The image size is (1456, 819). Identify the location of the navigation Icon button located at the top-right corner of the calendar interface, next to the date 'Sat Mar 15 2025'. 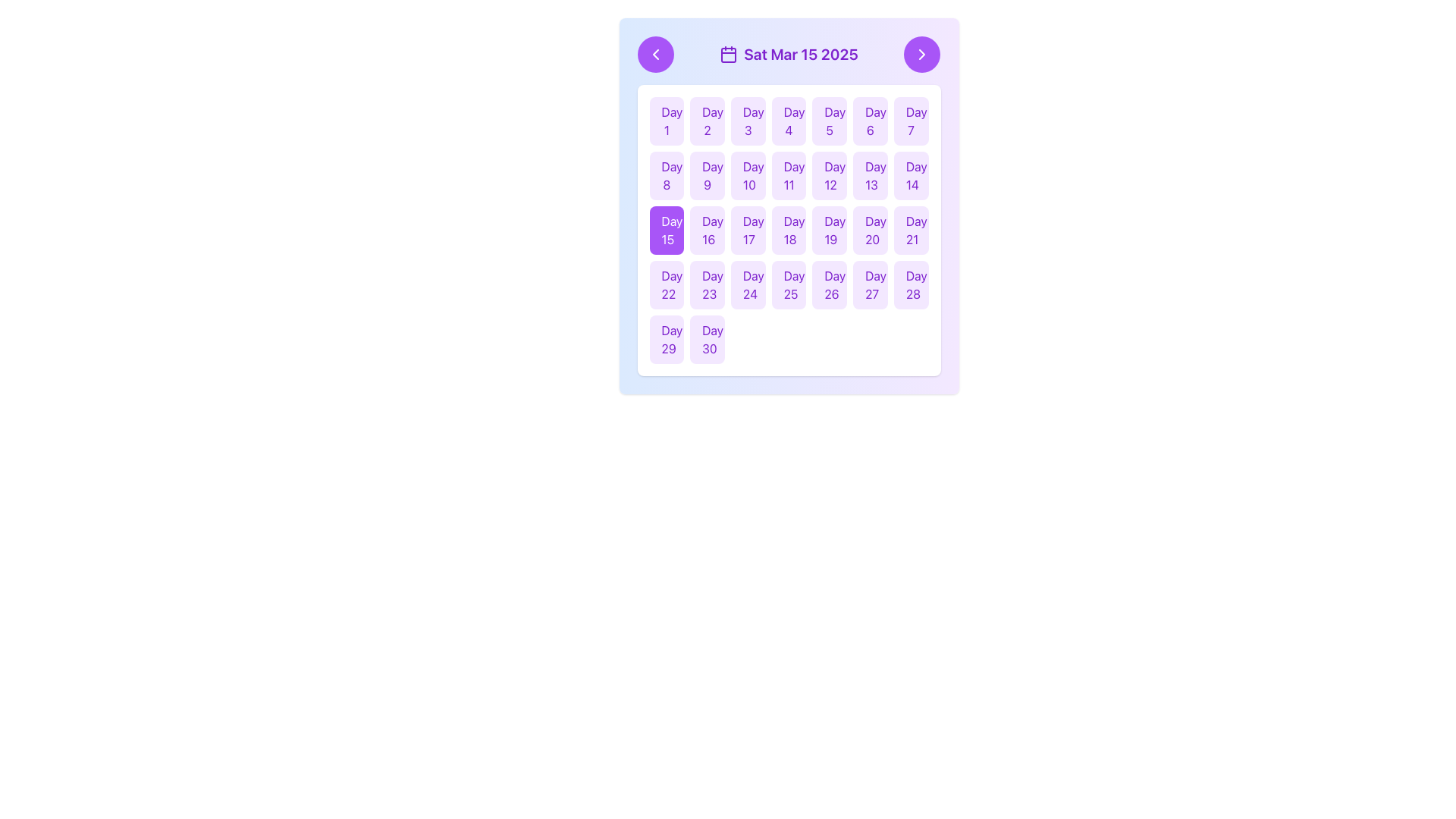
(921, 54).